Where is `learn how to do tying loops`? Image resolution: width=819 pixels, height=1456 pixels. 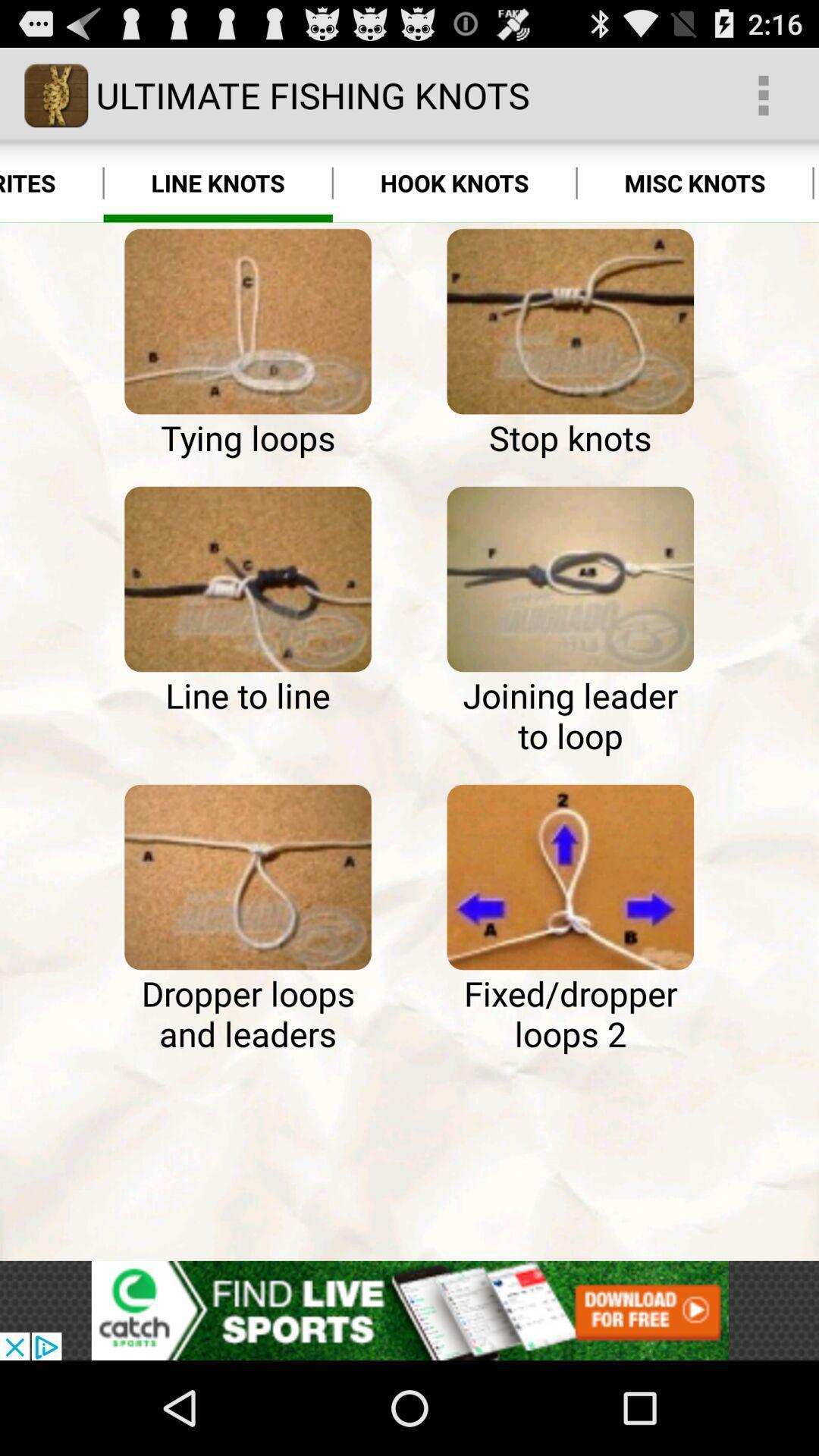 learn how to do tying loops is located at coordinates (247, 321).